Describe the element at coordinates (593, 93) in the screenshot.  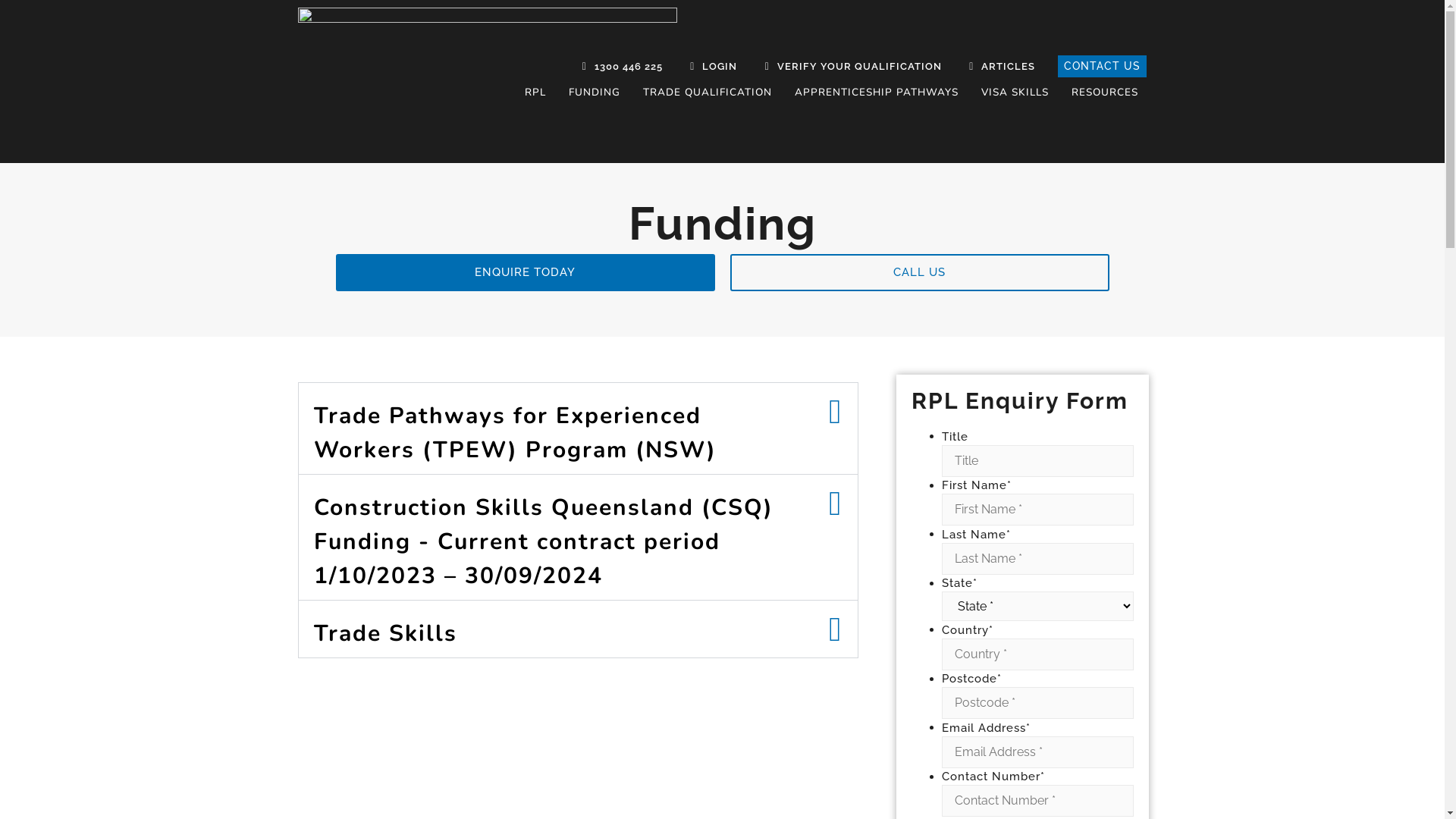
I see `'FUNDING'` at that location.